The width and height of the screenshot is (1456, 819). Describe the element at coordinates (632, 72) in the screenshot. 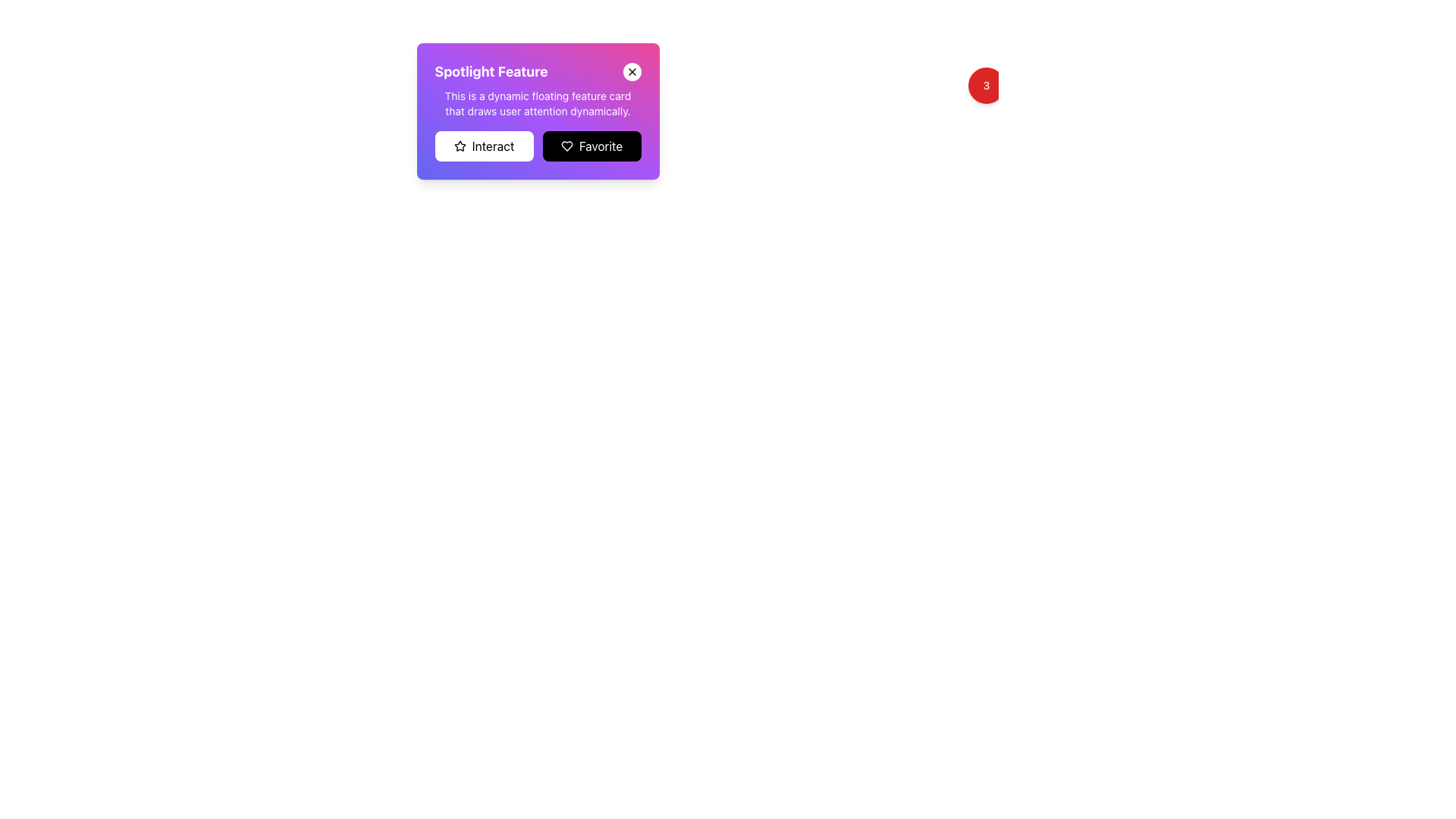

I see `the circular button with a white background and black border featuring a black 'X' icon, located in the top-right corner of the header of the card titled 'Spotlight Feature'` at that location.